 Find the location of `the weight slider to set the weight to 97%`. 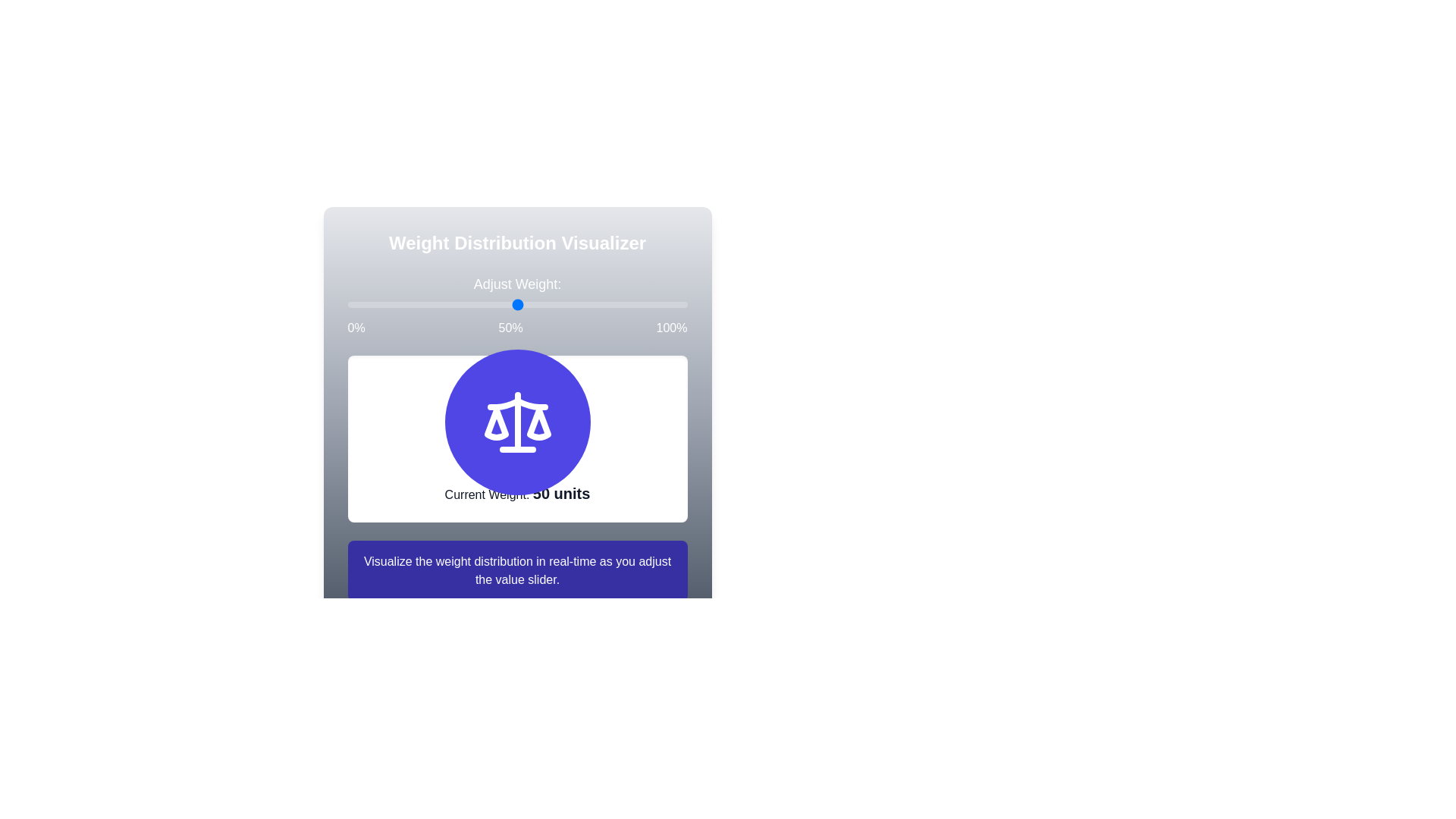

the weight slider to set the weight to 97% is located at coordinates (347, 304).